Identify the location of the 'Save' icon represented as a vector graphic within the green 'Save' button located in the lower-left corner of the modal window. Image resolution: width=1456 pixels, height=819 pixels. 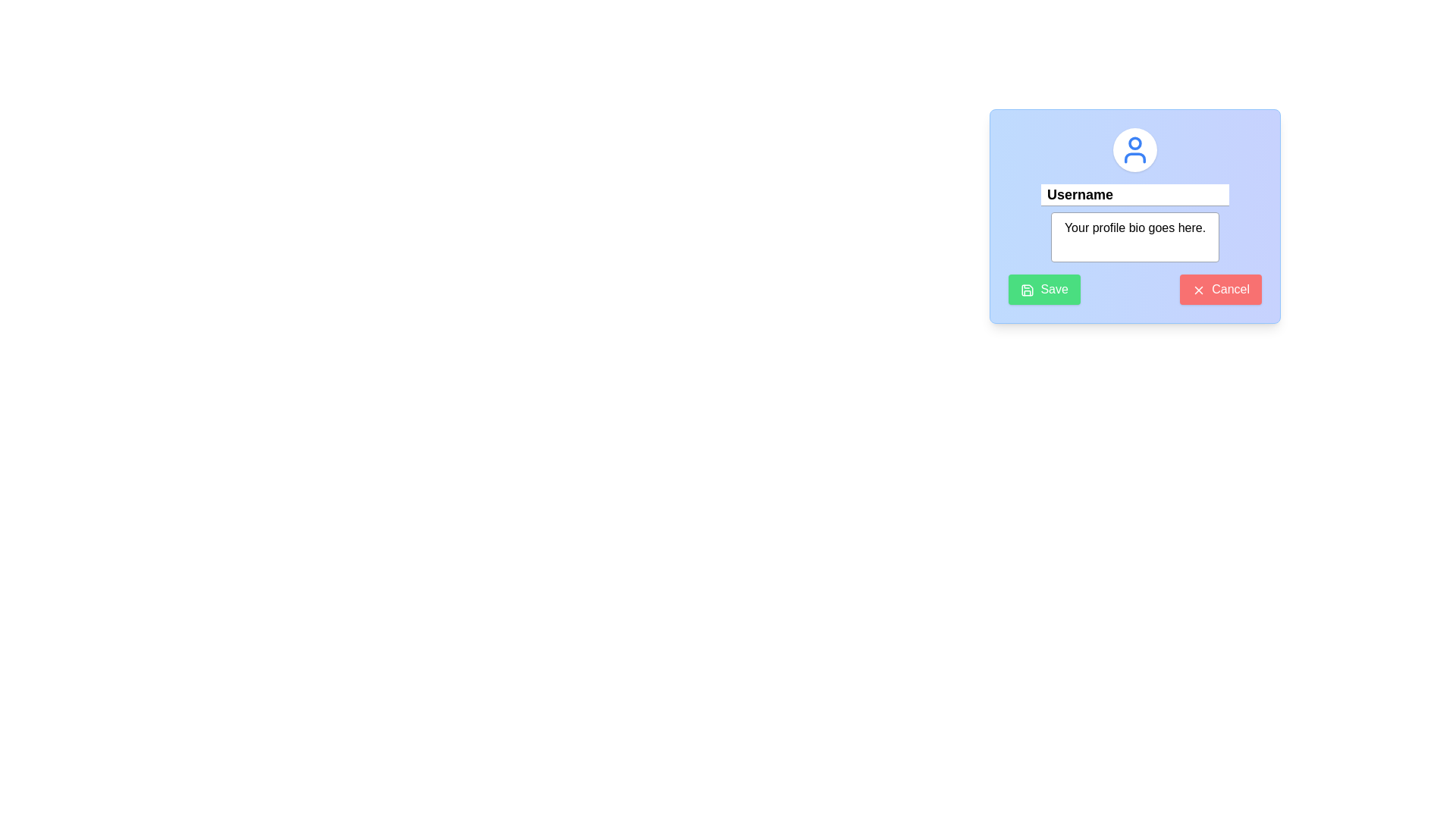
(1027, 289).